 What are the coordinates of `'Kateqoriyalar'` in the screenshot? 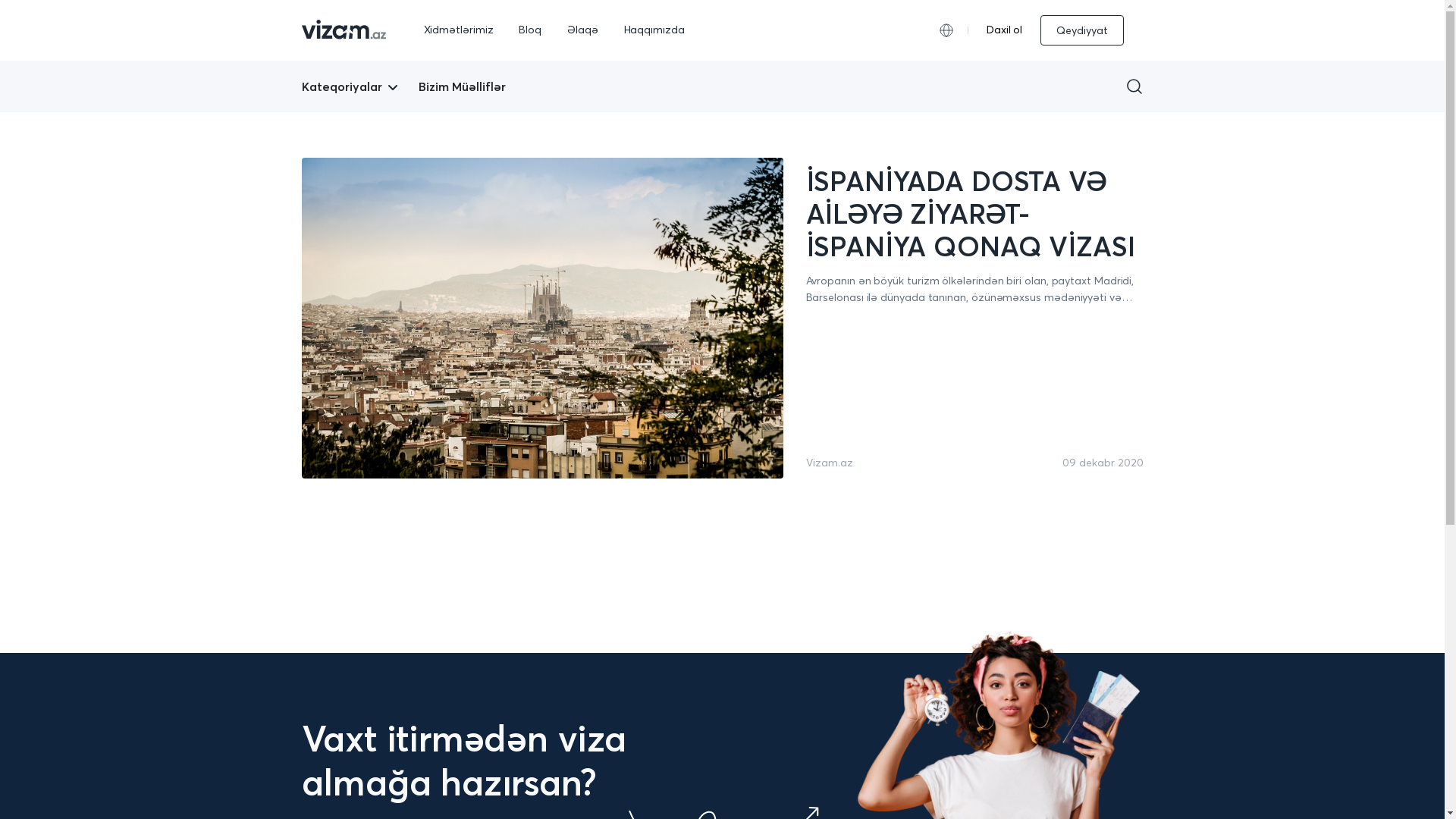 It's located at (302, 86).